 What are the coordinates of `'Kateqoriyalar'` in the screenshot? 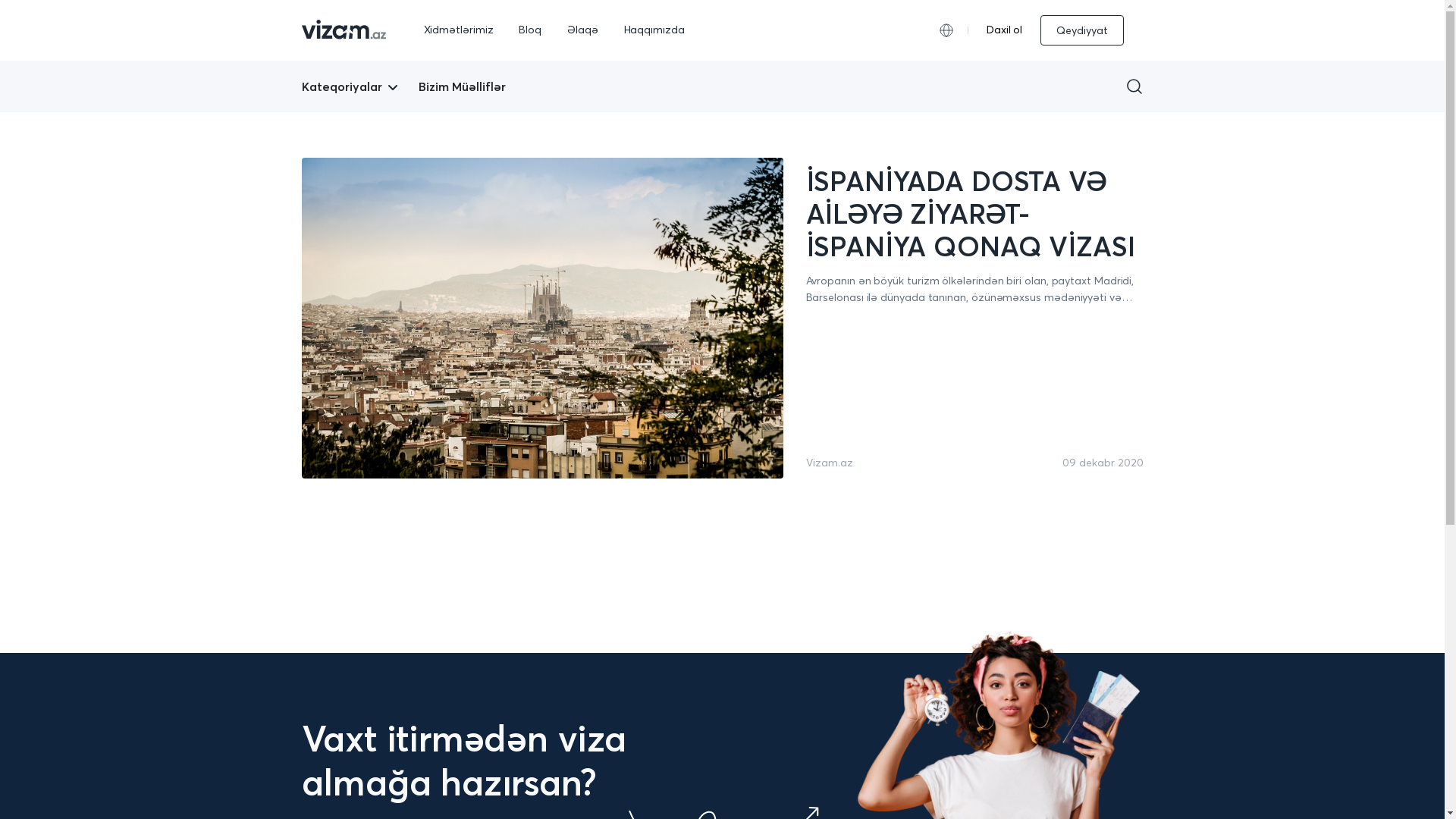 It's located at (302, 86).